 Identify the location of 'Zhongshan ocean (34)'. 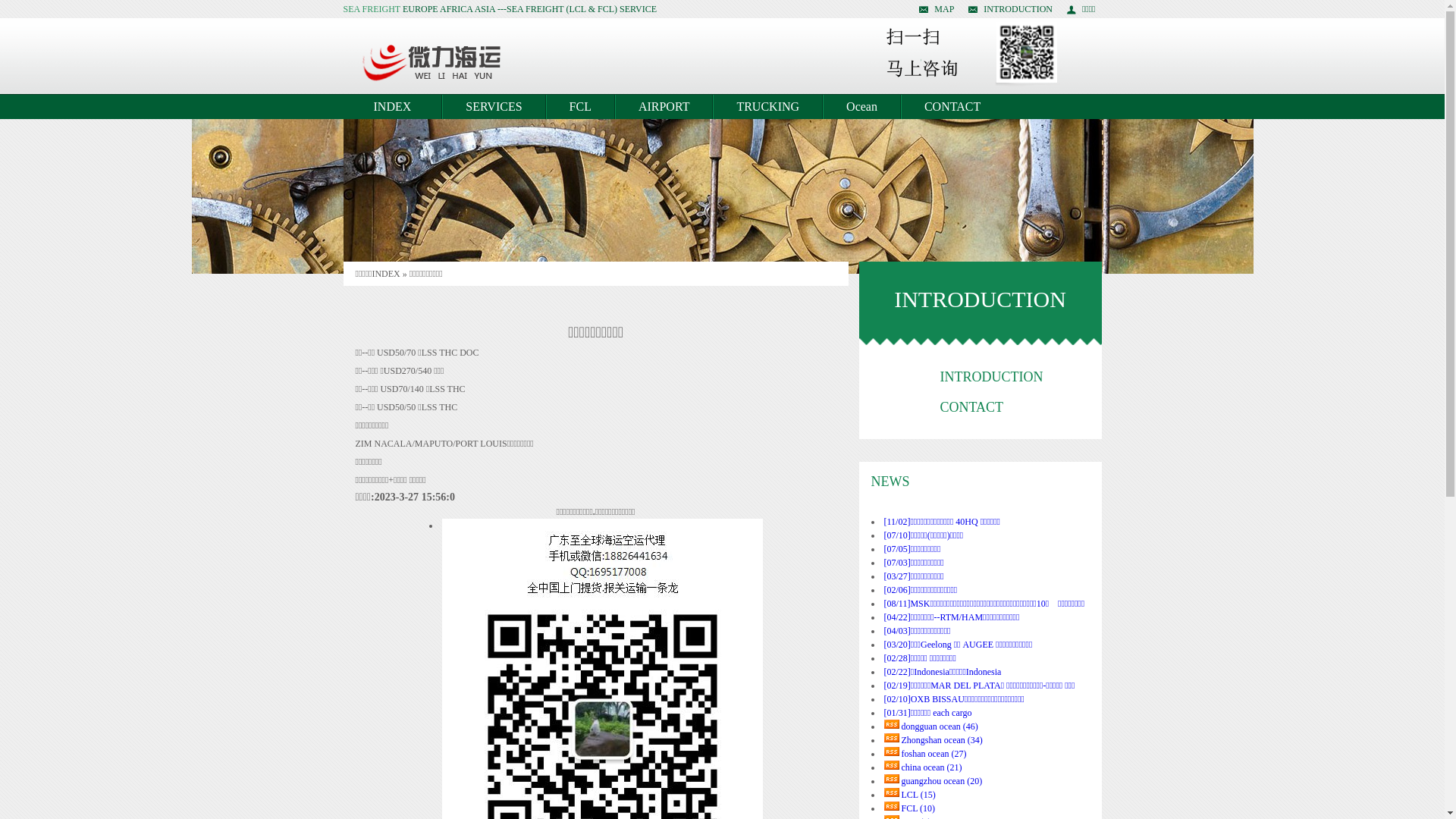
(901, 739).